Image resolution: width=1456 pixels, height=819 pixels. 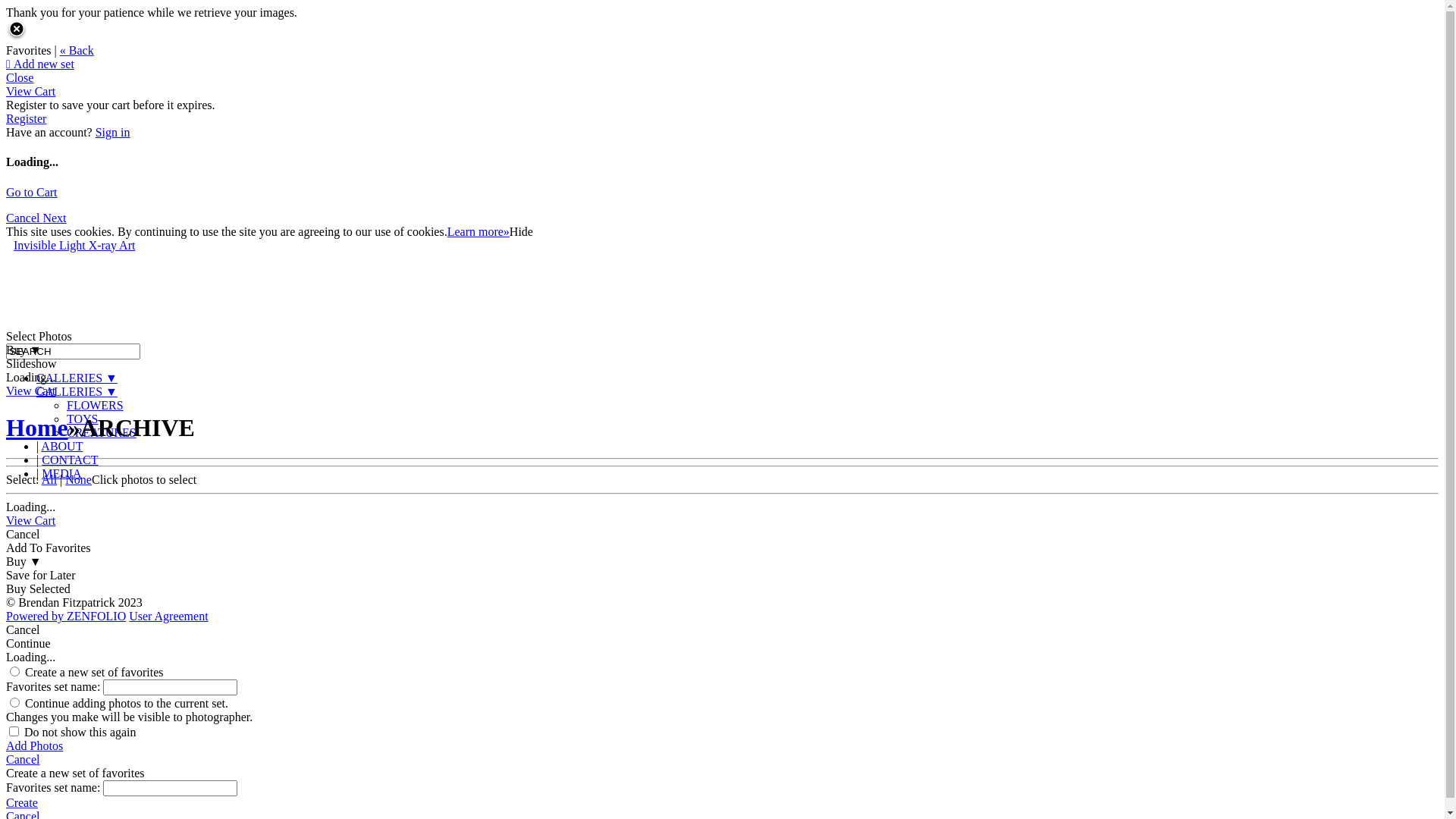 I want to click on 'FLOWERS', so click(x=94, y=404).